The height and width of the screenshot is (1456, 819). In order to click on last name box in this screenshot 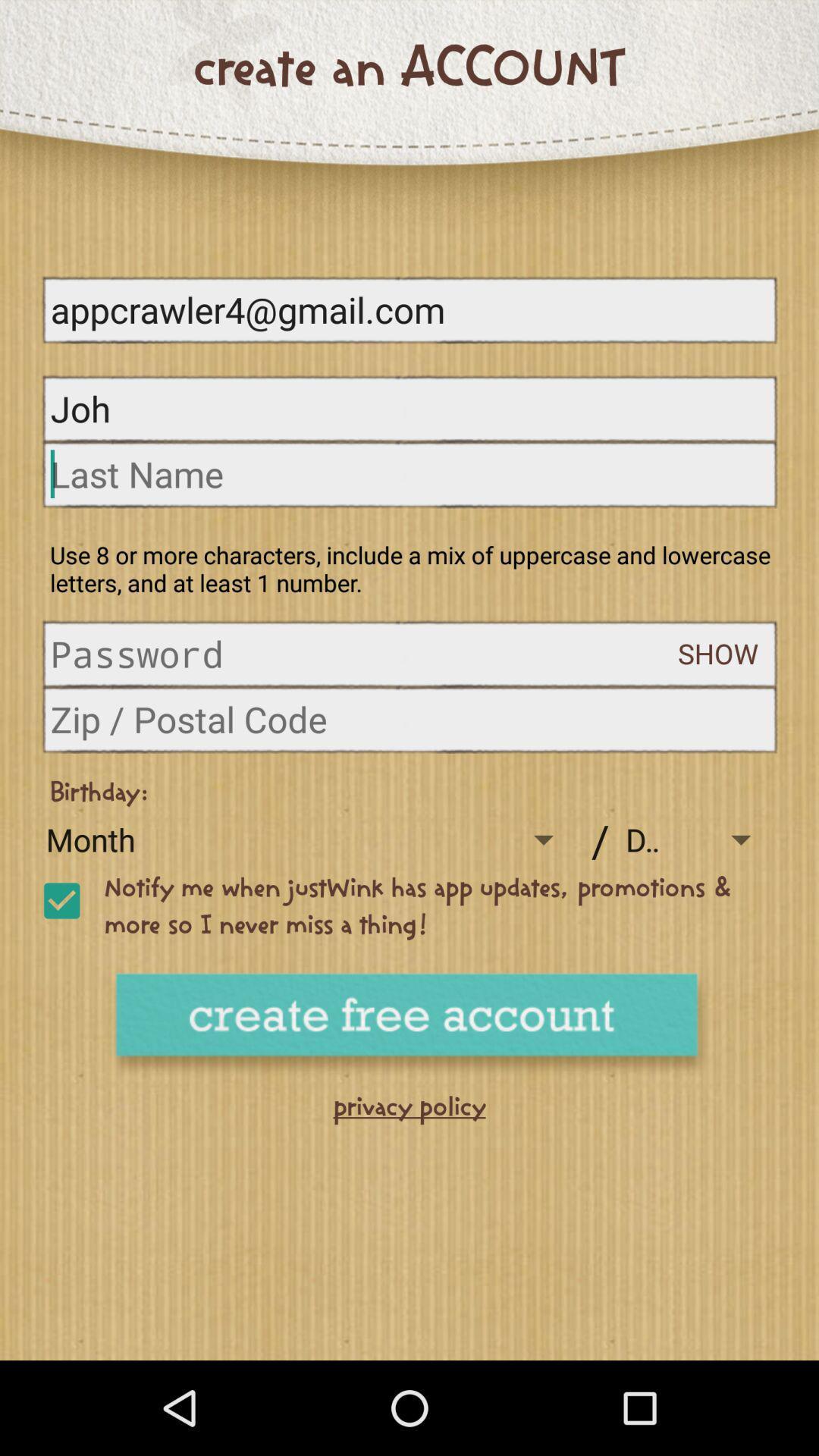, I will do `click(409, 473)`.